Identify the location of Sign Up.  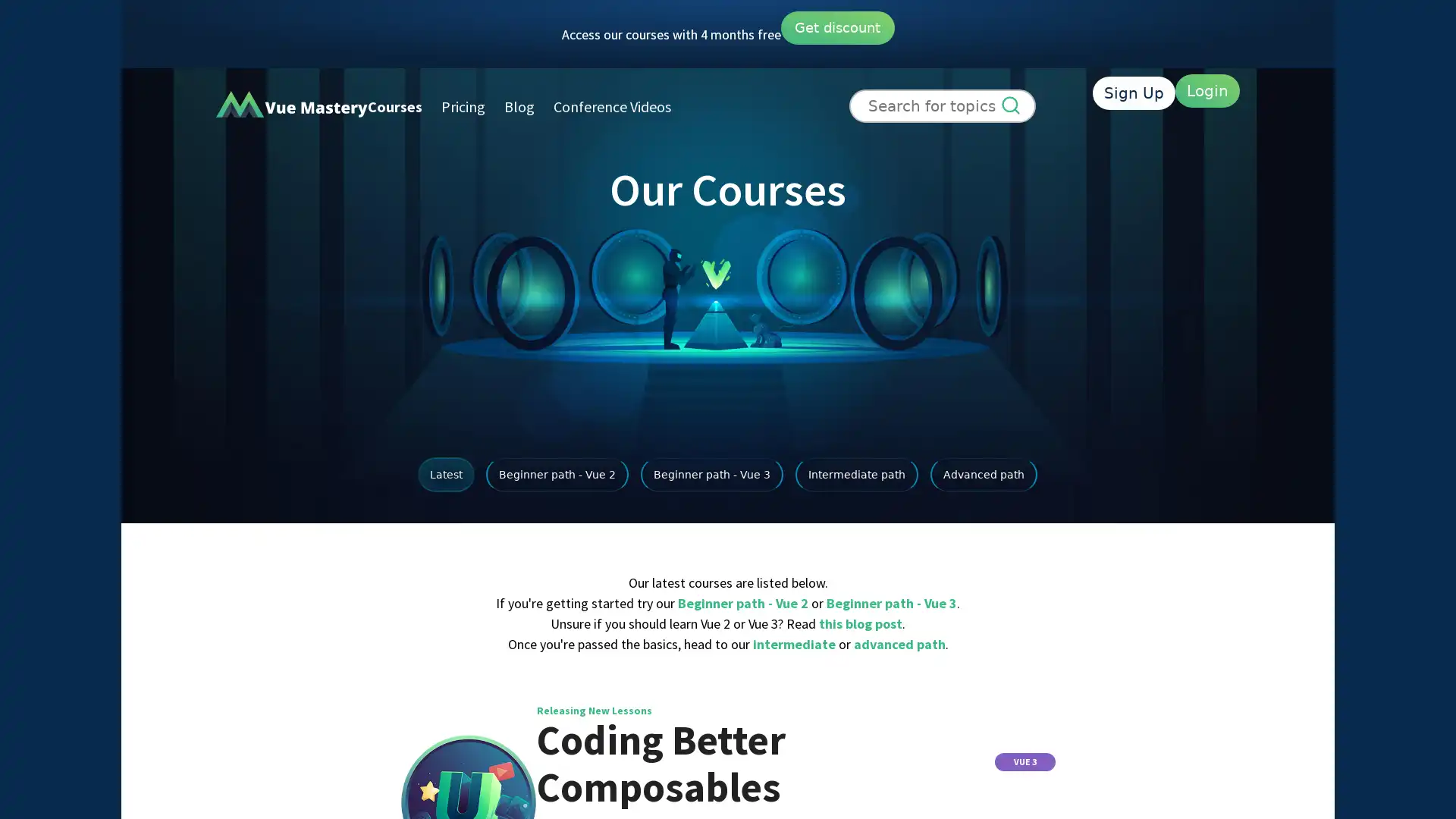
(1095, 105).